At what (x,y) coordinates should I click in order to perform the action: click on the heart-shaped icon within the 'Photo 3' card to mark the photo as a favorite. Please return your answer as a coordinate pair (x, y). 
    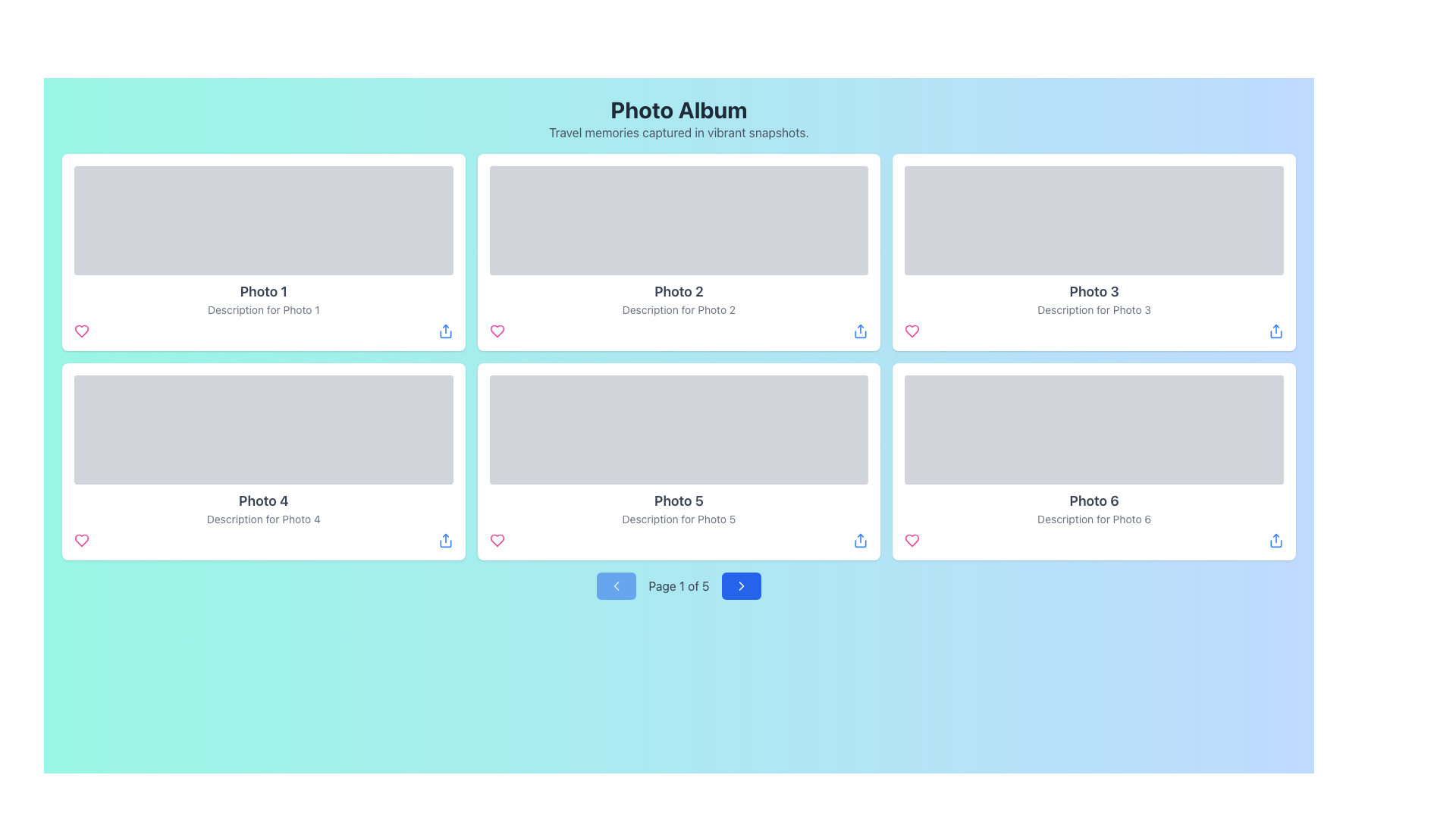
    Looking at the image, I should click on (912, 330).